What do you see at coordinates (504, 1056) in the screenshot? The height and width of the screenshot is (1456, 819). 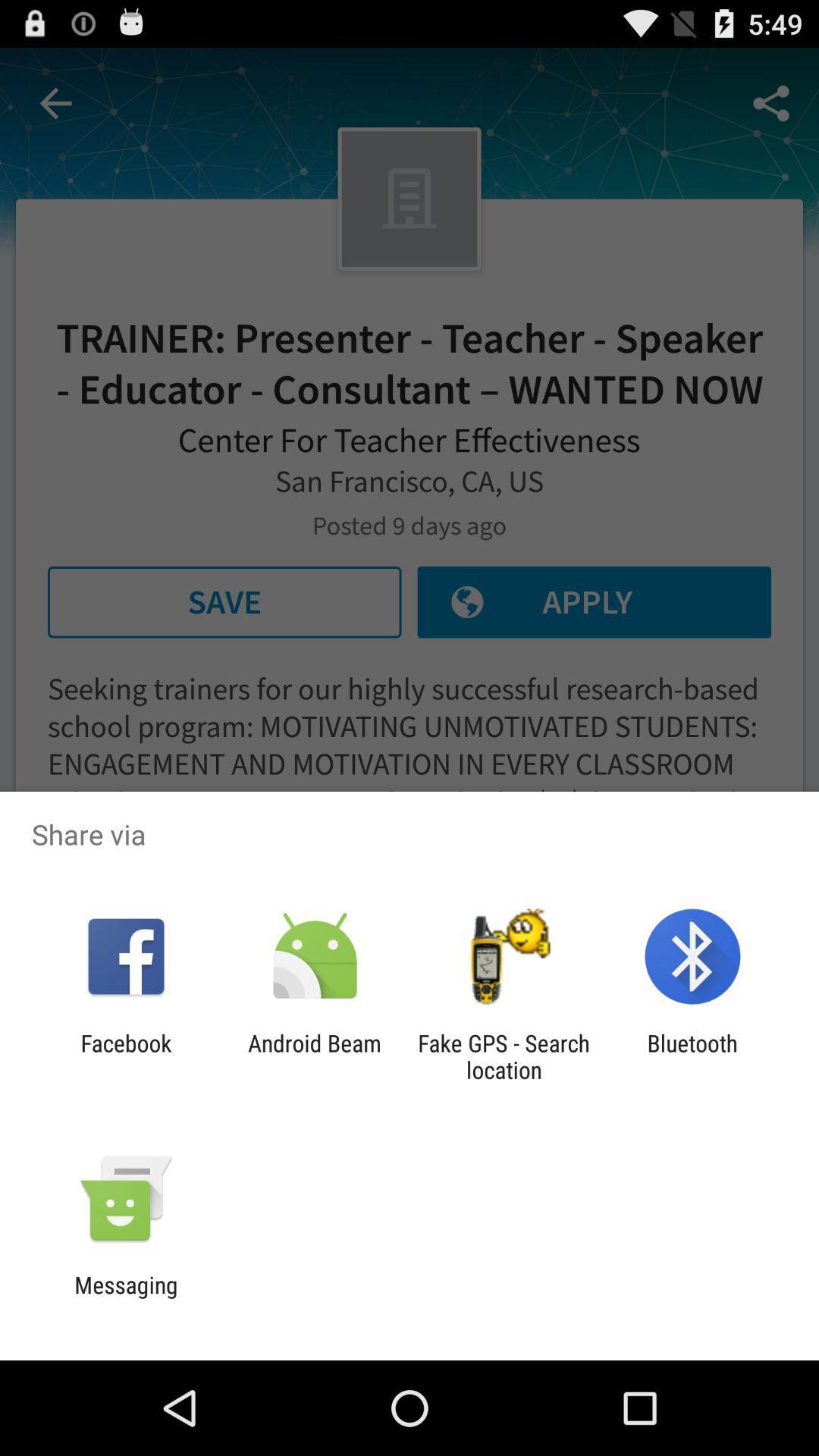 I see `the item to the right of android beam` at bounding box center [504, 1056].